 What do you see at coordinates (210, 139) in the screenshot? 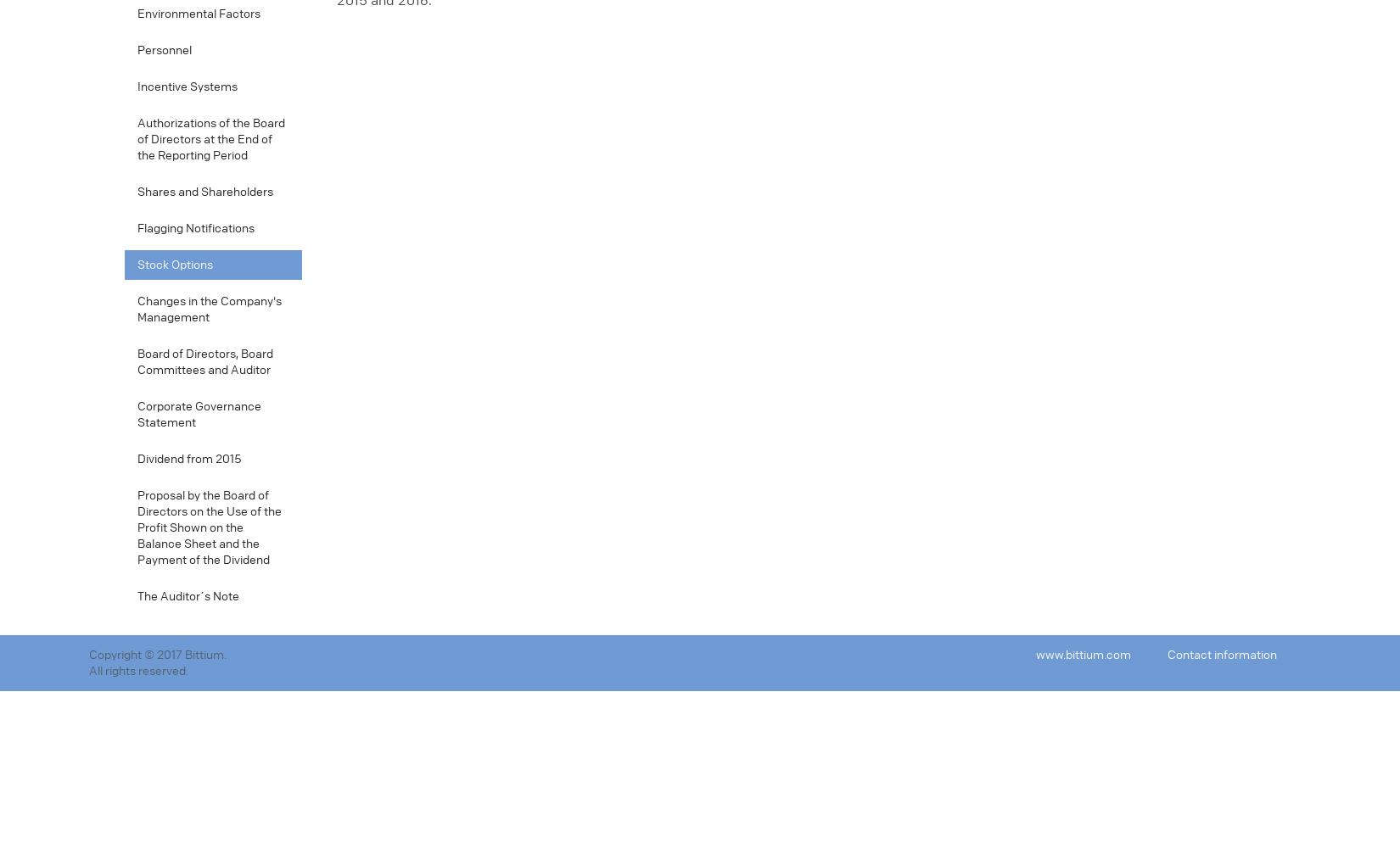
I see `'Authorizations of the Board of Directors at the End of the Reporting Period'` at bounding box center [210, 139].